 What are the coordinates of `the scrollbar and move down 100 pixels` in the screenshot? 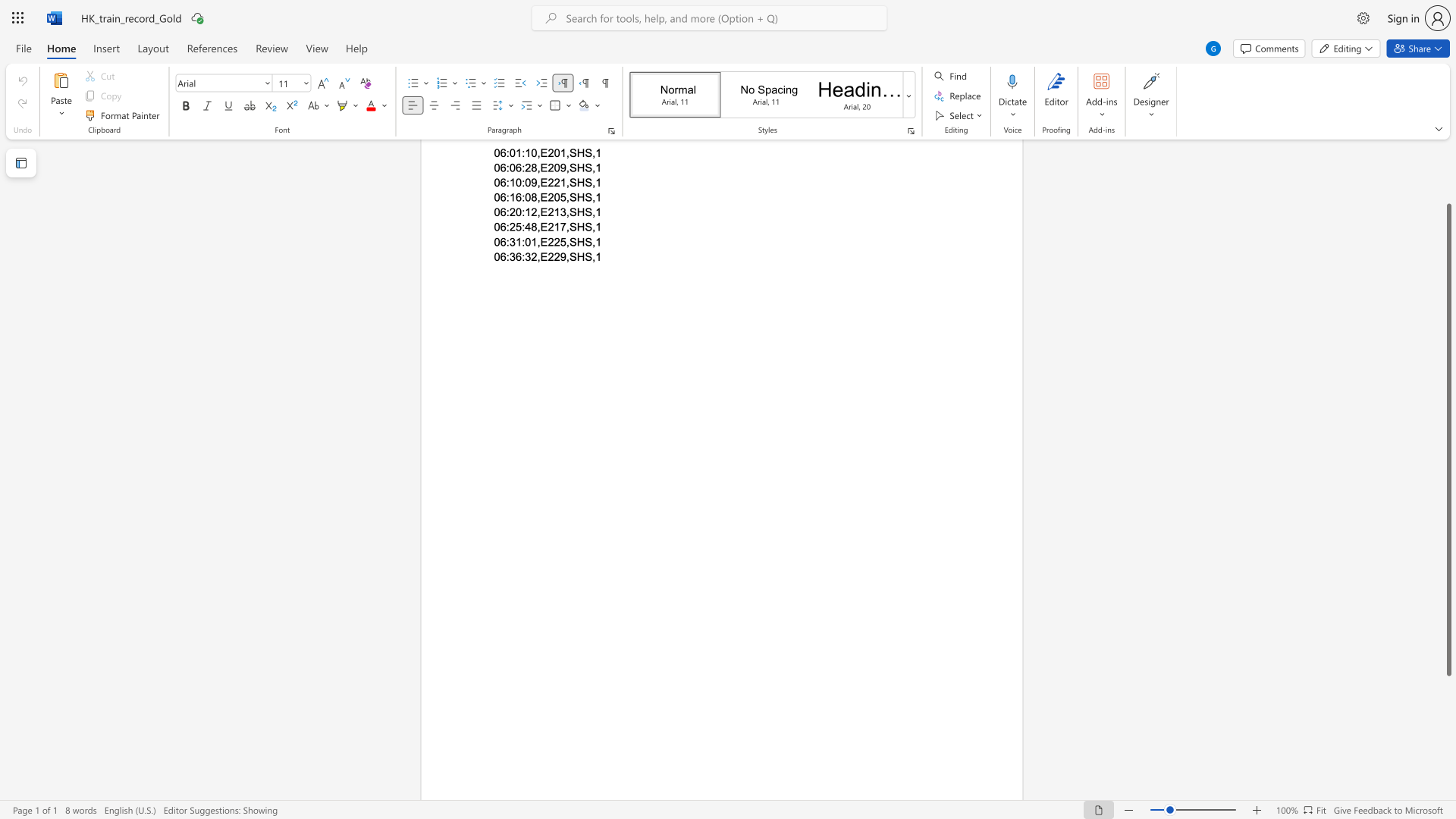 It's located at (1448, 440).